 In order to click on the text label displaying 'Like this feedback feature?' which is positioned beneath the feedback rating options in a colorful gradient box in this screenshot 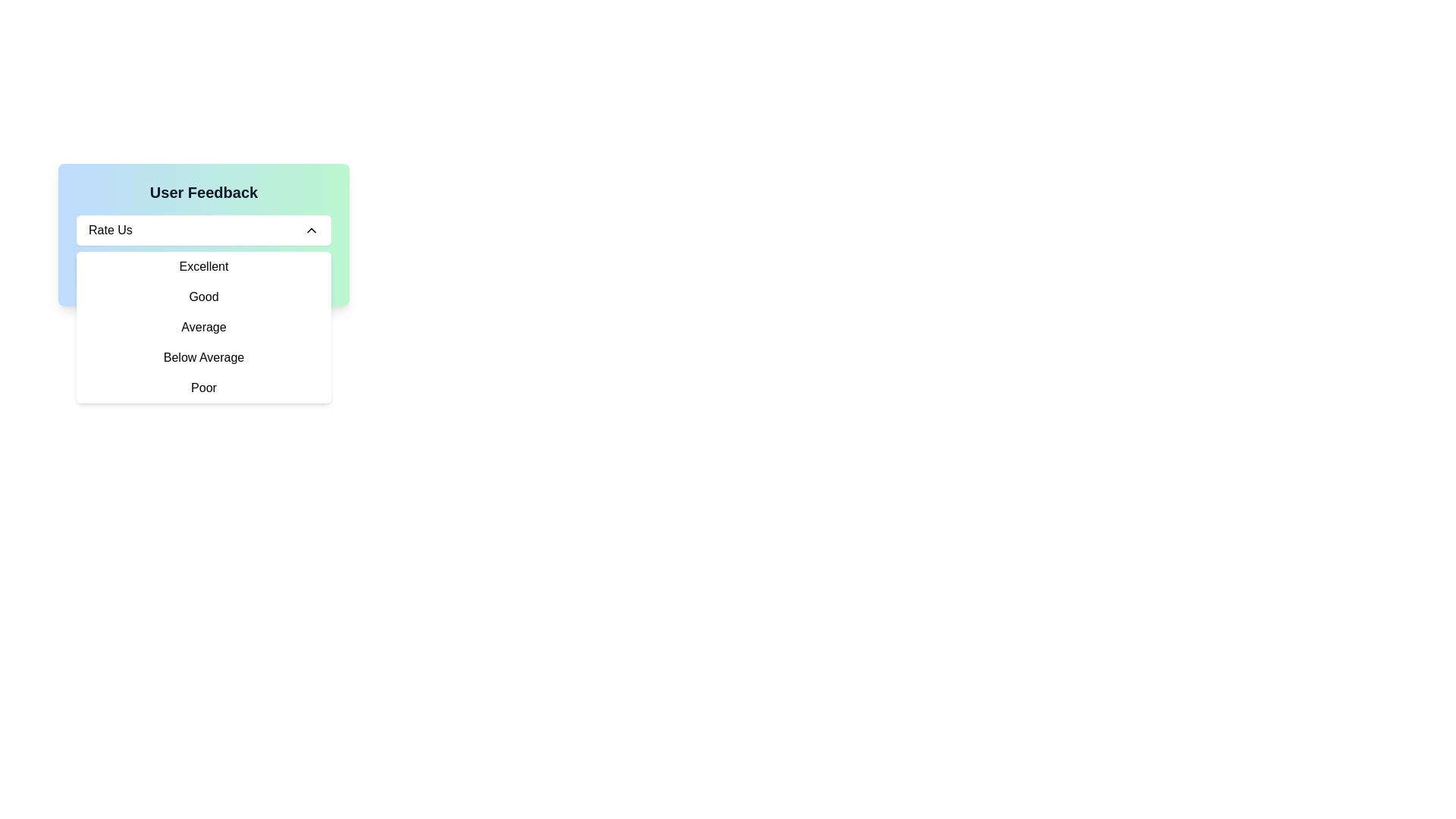, I will do `click(202, 271)`.